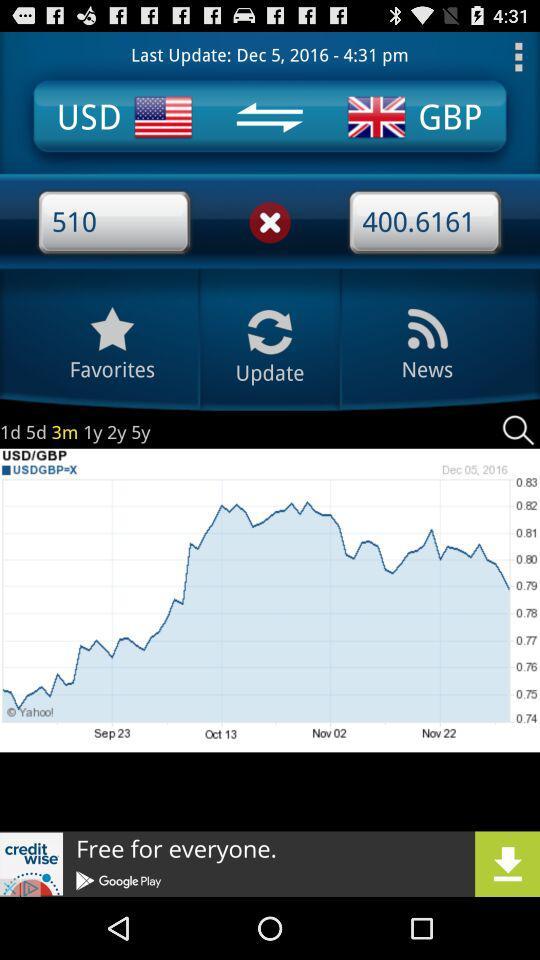  Describe the element at coordinates (269, 117) in the screenshot. I see `this is button for interchange the usd and gbp` at that location.